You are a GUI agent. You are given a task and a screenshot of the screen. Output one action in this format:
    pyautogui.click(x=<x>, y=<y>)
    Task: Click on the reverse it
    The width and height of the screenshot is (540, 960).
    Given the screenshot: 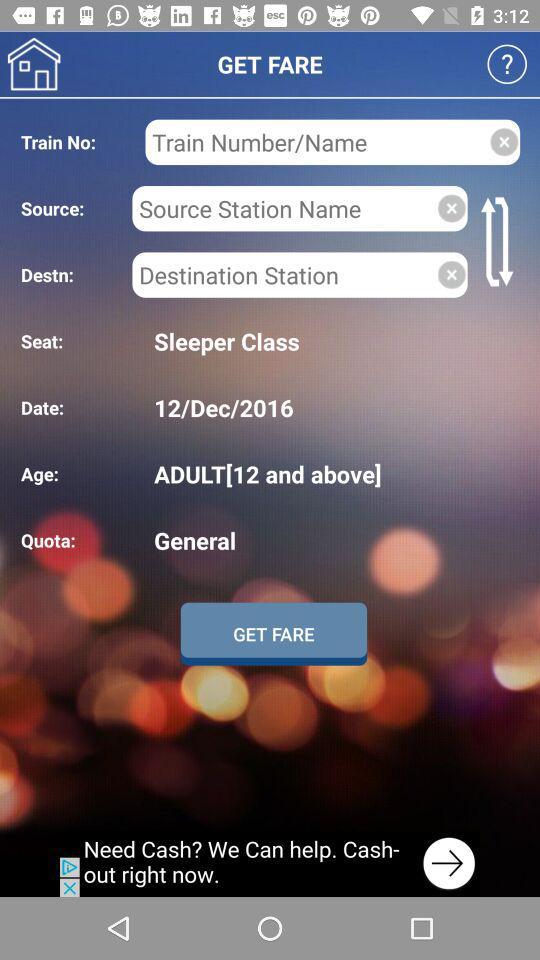 What is the action you would take?
    pyautogui.click(x=499, y=240)
    